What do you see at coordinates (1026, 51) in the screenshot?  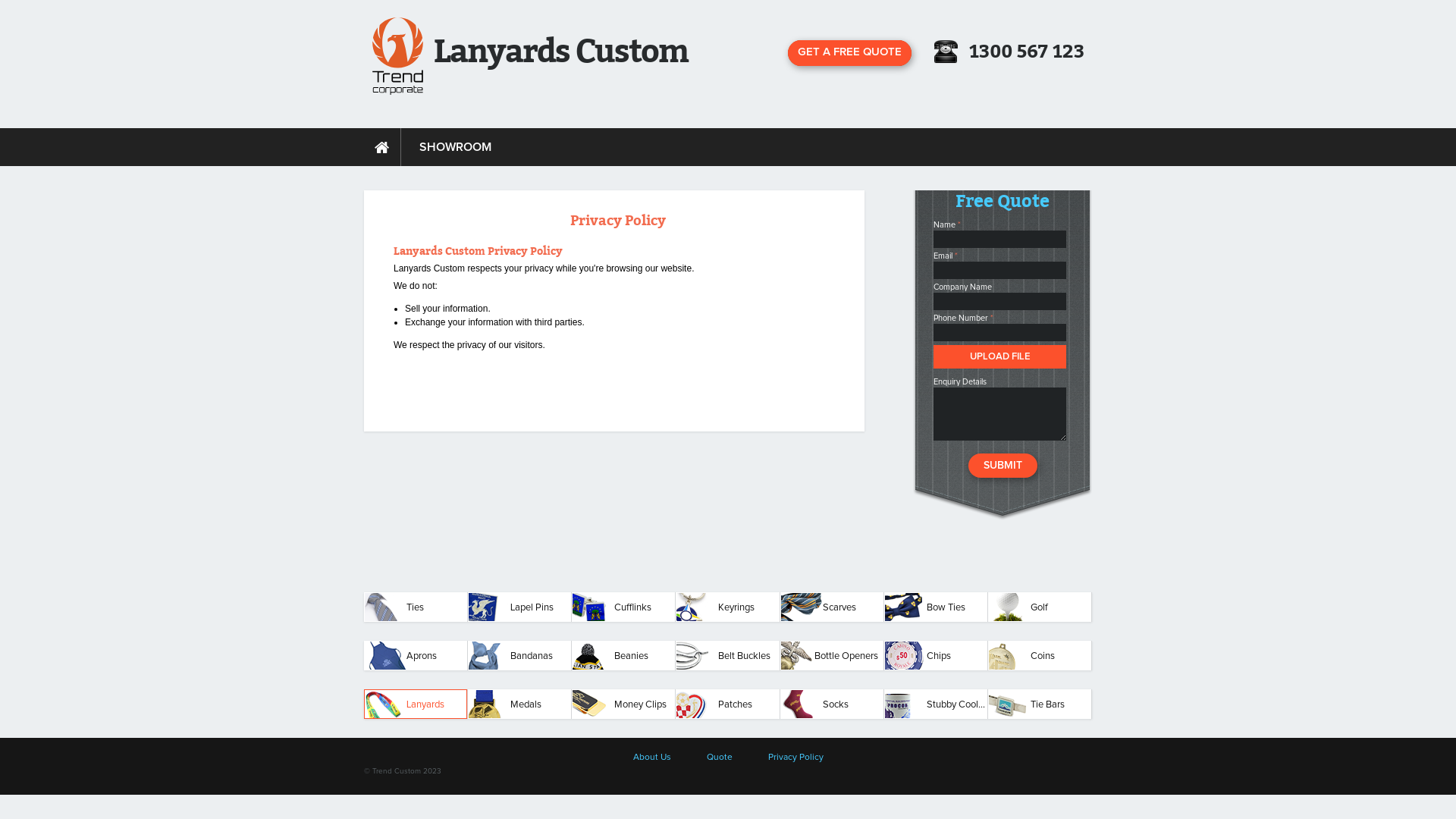 I see `'1300 567 123'` at bounding box center [1026, 51].